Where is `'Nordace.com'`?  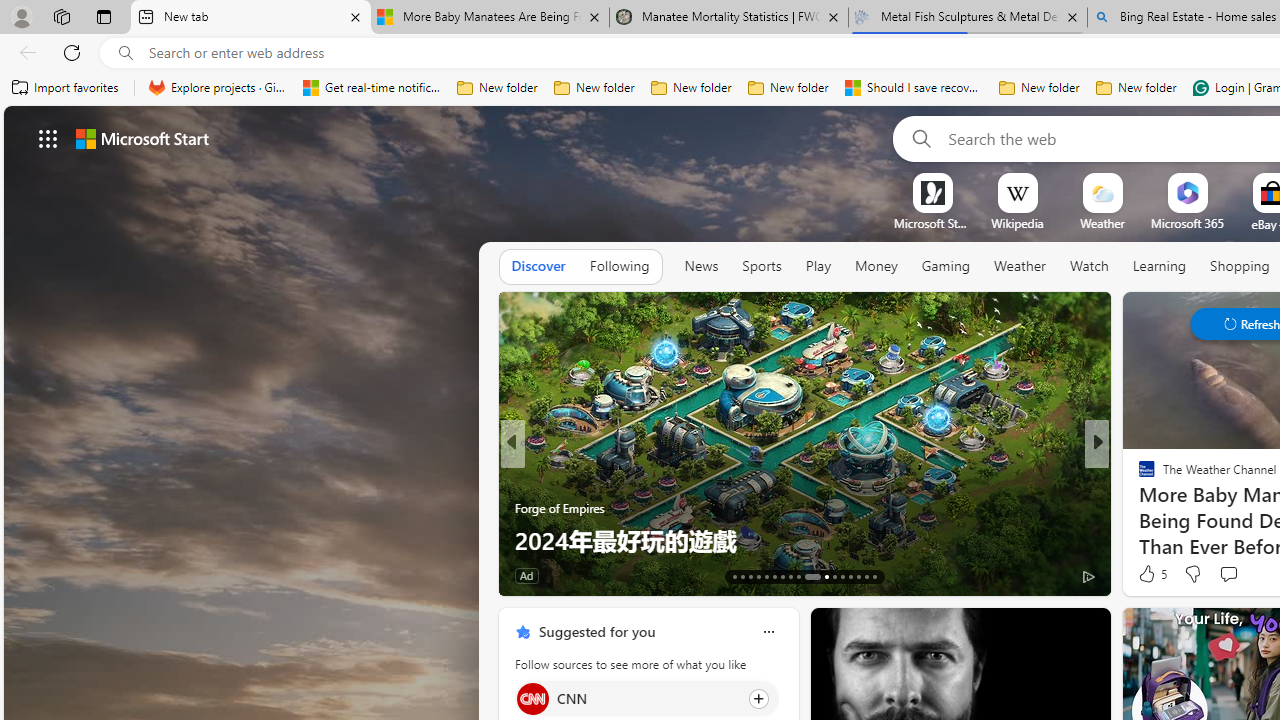 'Nordace.com' is located at coordinates (1166, 506).